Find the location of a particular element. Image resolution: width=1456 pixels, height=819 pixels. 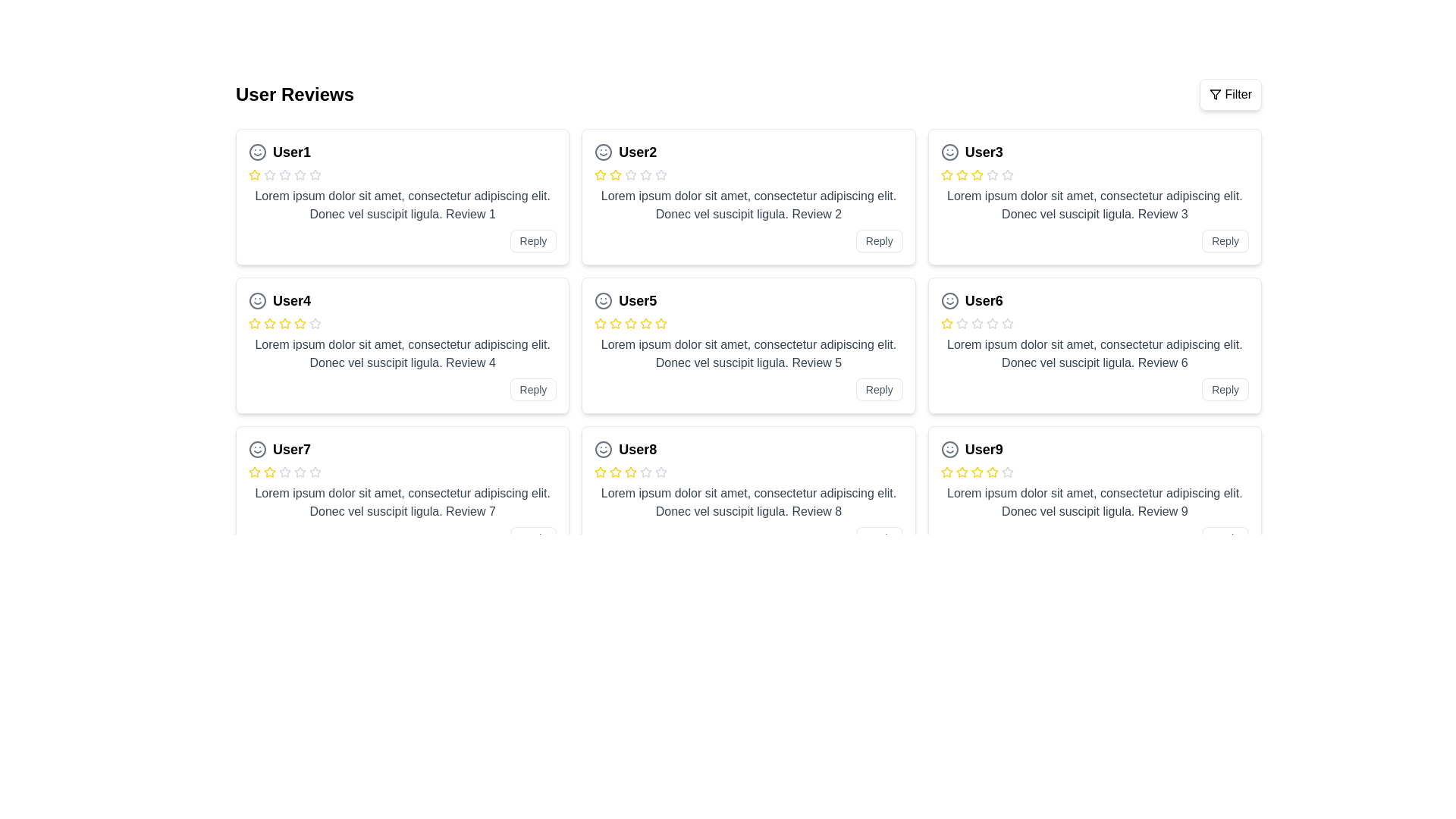

the second star icon in the rating row for 'User7' located in the bottom-left card of the interface is located at coordinates (284, 471).